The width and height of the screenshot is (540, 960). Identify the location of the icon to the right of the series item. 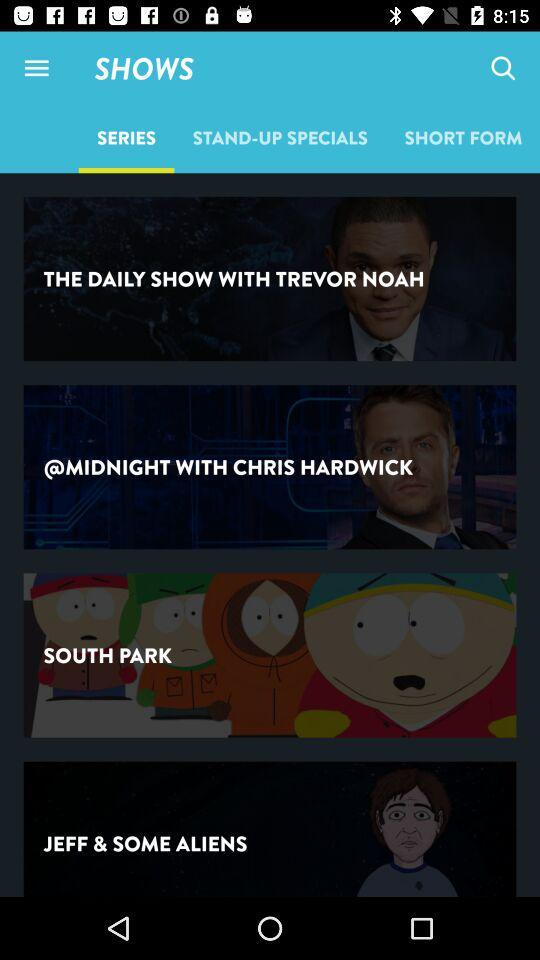
(279, 136).